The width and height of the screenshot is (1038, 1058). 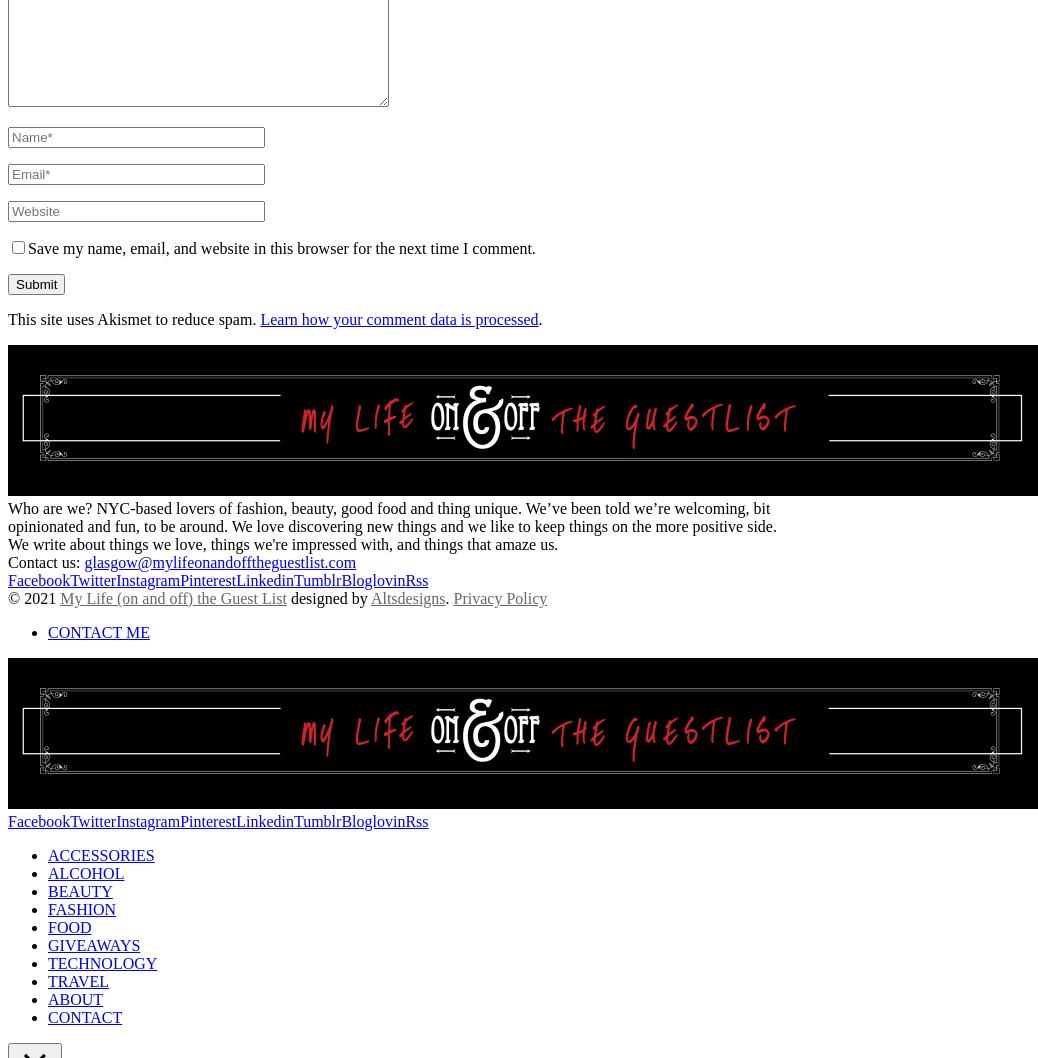 What do you see at coordinates (46, 908) in the screenshot?
I see `'FASHION'` at bounding box center [46, 908].